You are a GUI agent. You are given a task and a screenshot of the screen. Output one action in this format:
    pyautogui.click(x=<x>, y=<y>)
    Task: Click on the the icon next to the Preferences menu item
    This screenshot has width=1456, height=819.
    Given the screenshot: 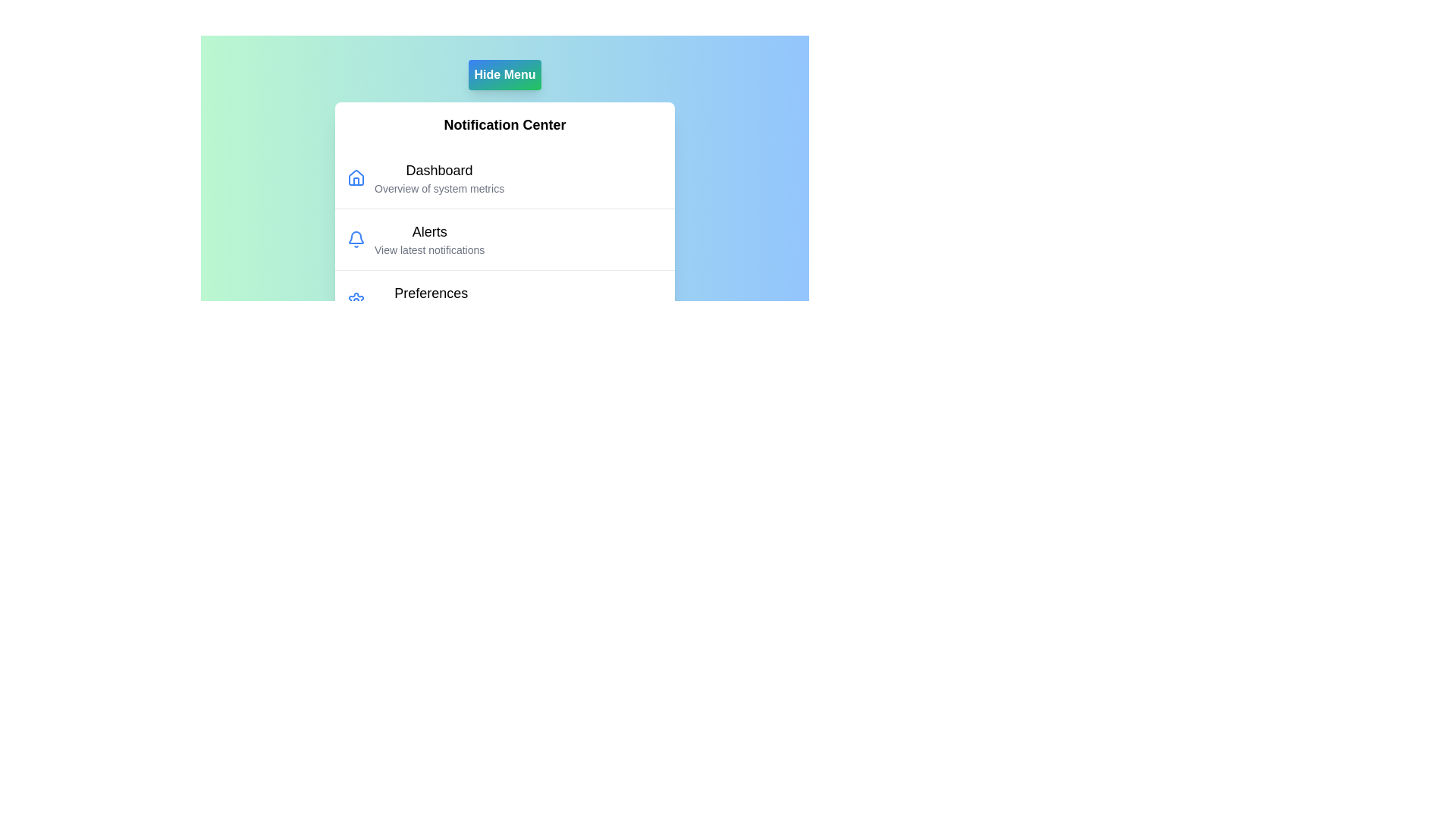 What is the action you would take?
    pyautogui.click(x=356, y=301)
    